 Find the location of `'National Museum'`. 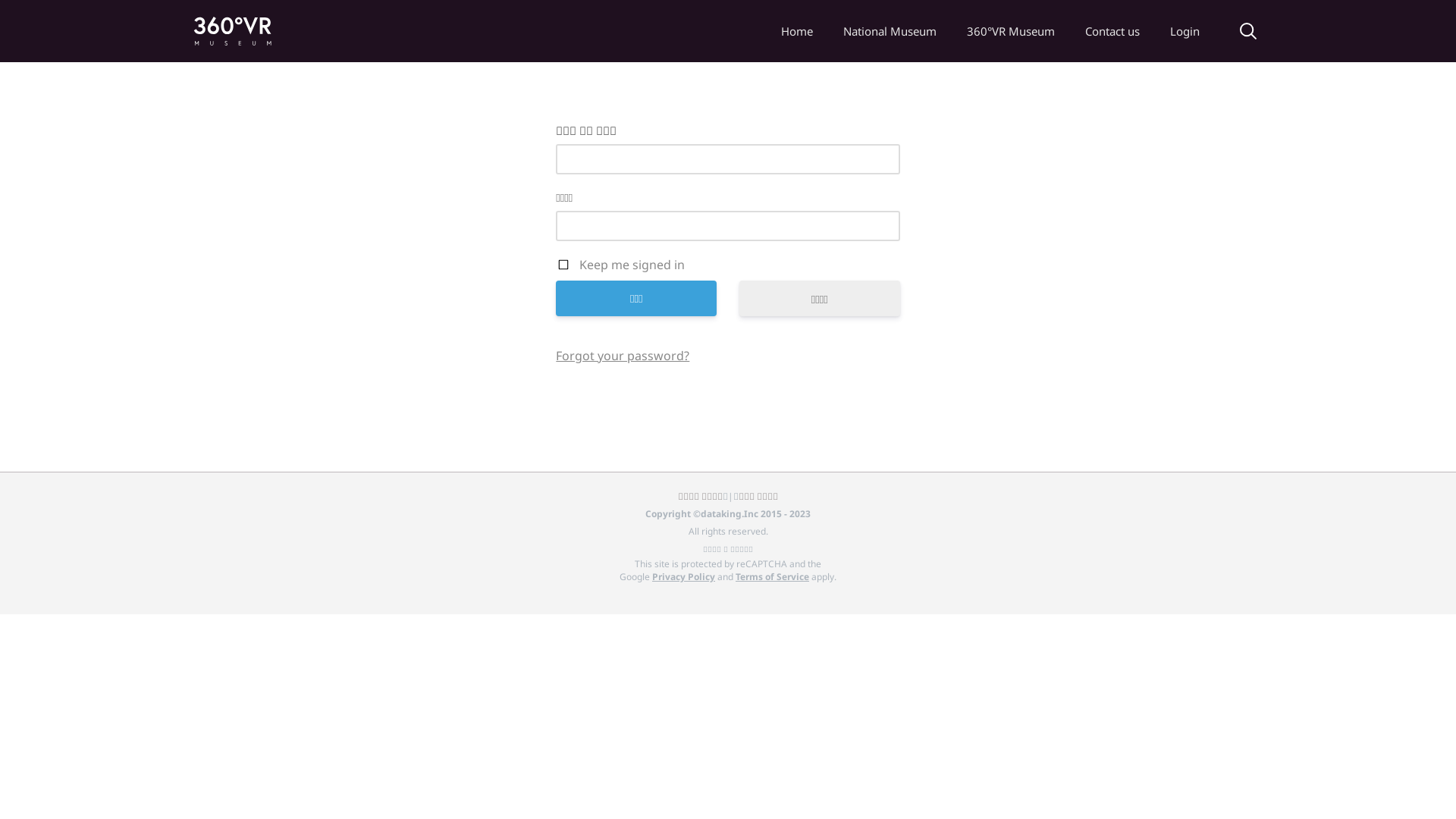

'National Museum' is located at coordinates (843, 31).